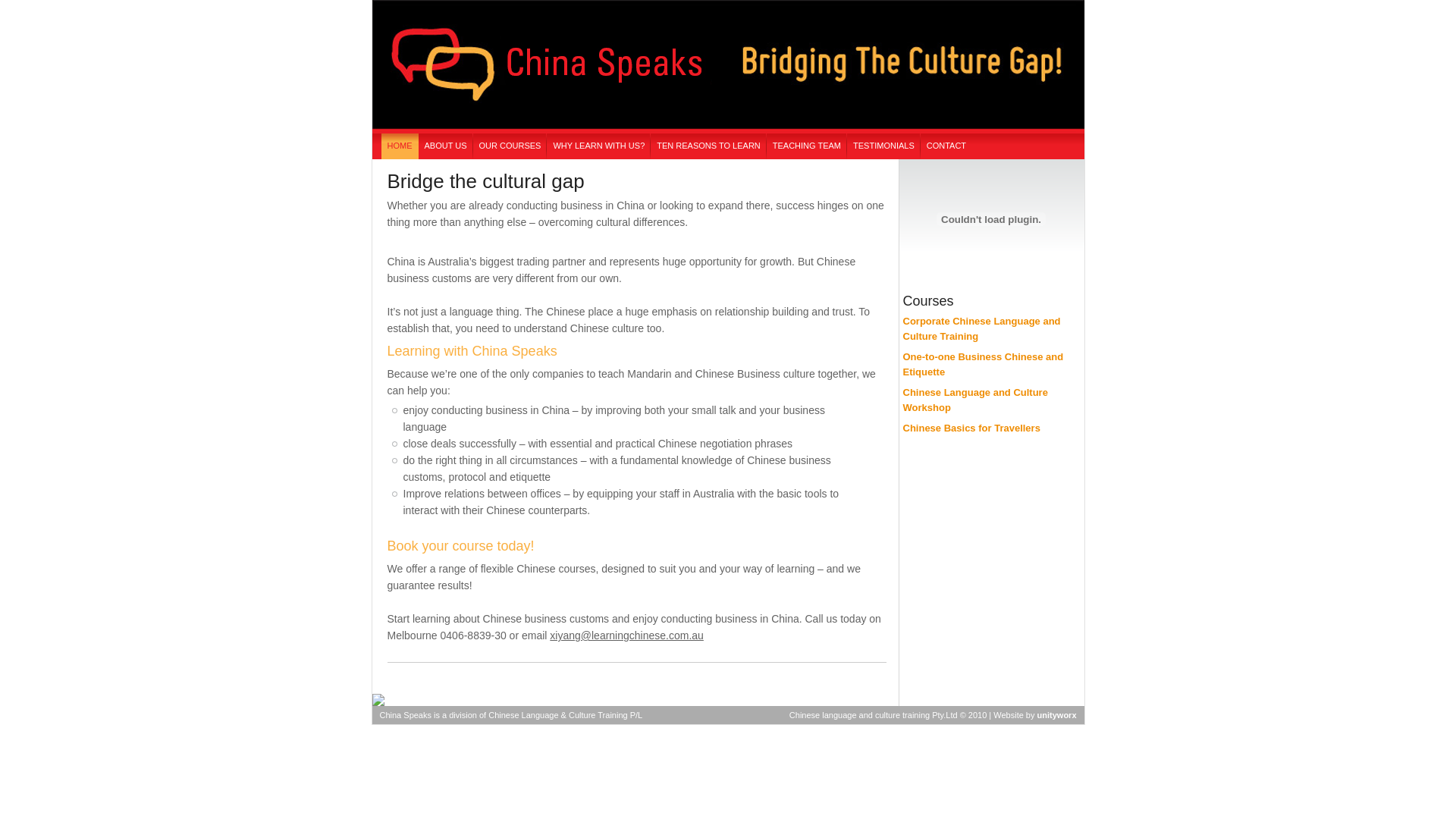 The image size is (1456, 819). I want to click on 'ABOUT US', so click(445, 146).